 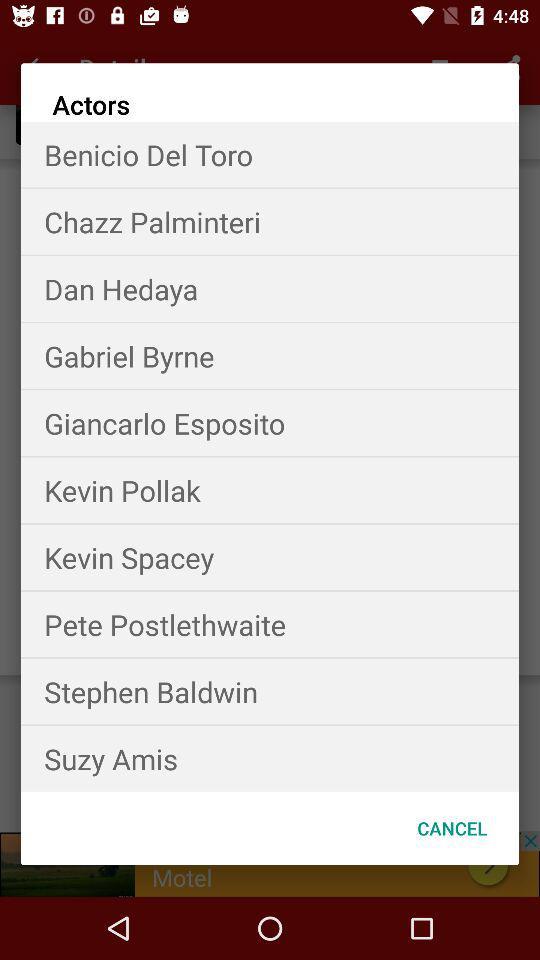 I want to click on the    suzy amis, so click(x=270, y=757).